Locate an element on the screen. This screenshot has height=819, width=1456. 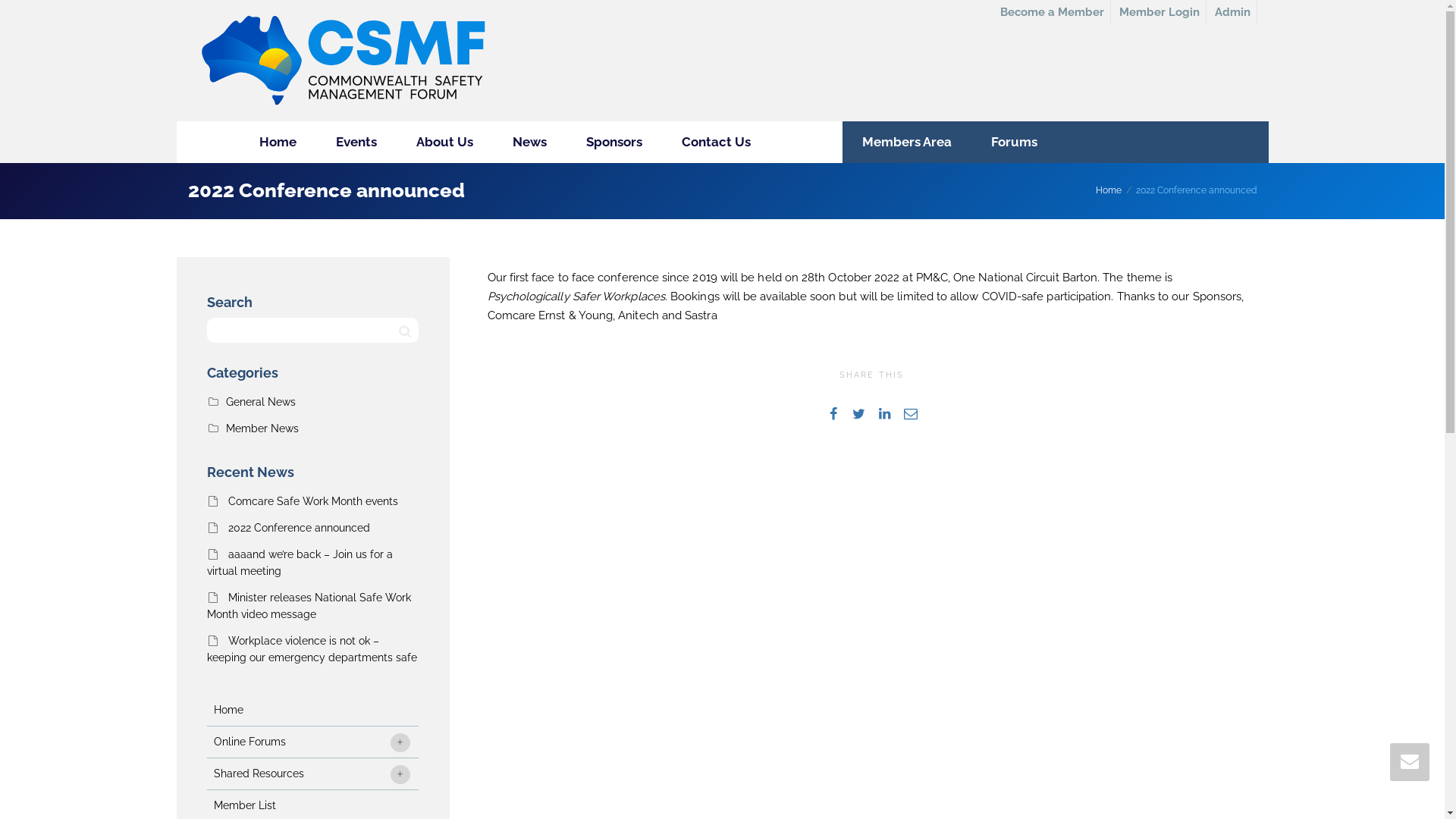
'Minister releases National Safe Work Month video message' is located at coordinates (307, 604).